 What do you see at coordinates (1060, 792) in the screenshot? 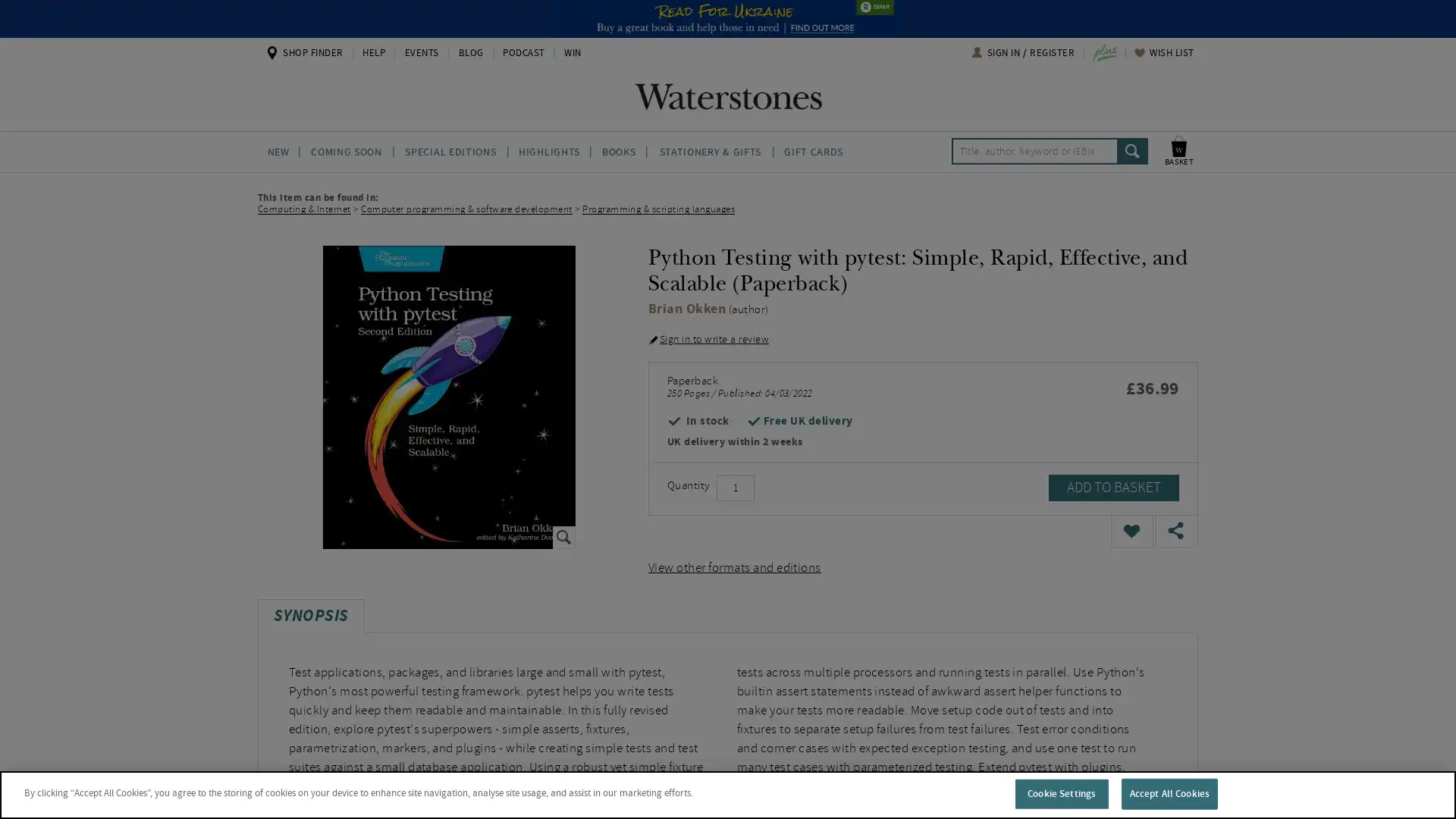
I see `Cookie Settings` at bounding box center [1060, 792].